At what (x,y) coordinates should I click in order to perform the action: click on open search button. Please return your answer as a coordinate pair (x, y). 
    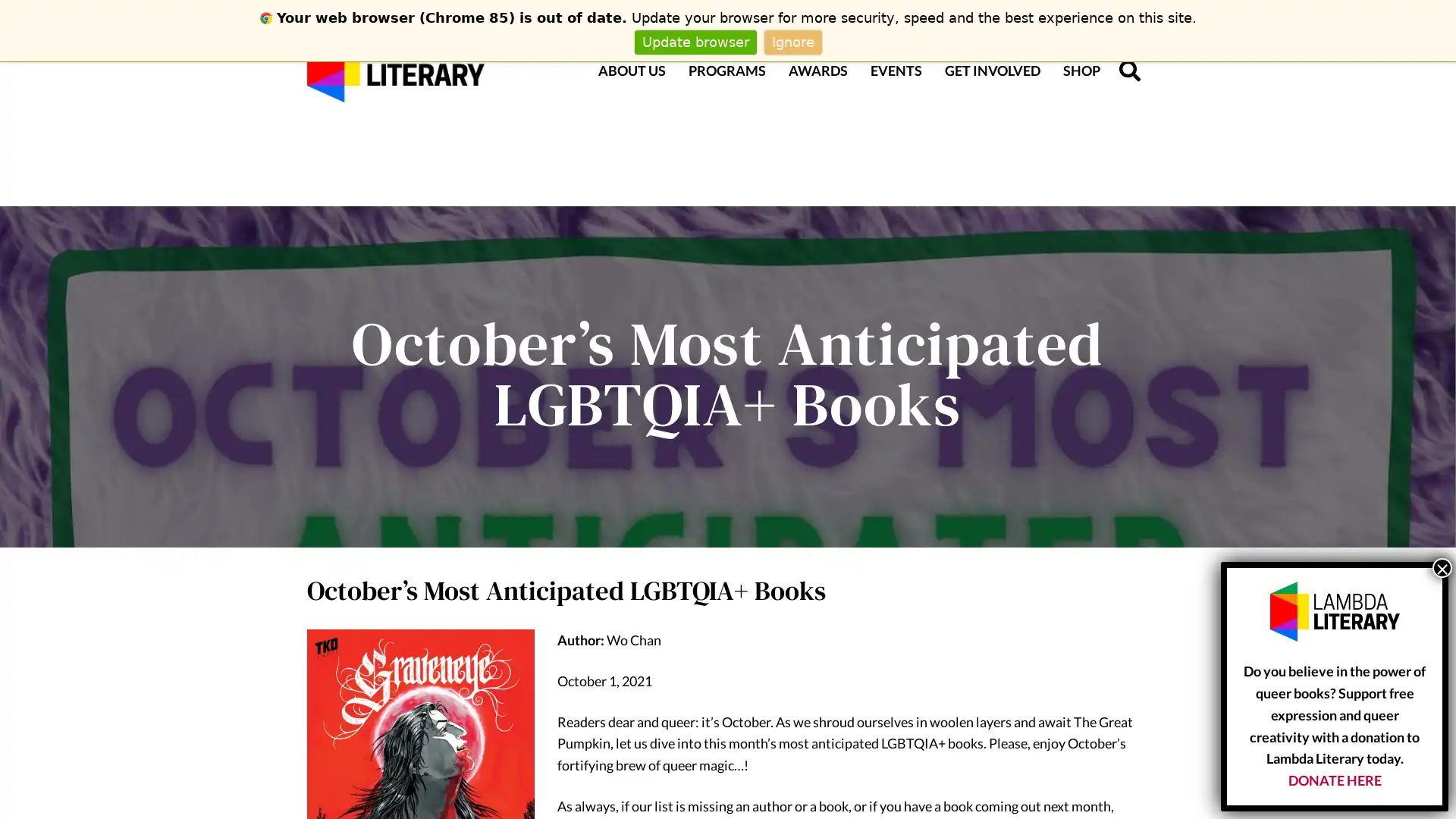
    Looking at the image, I should click on (1129, 70).